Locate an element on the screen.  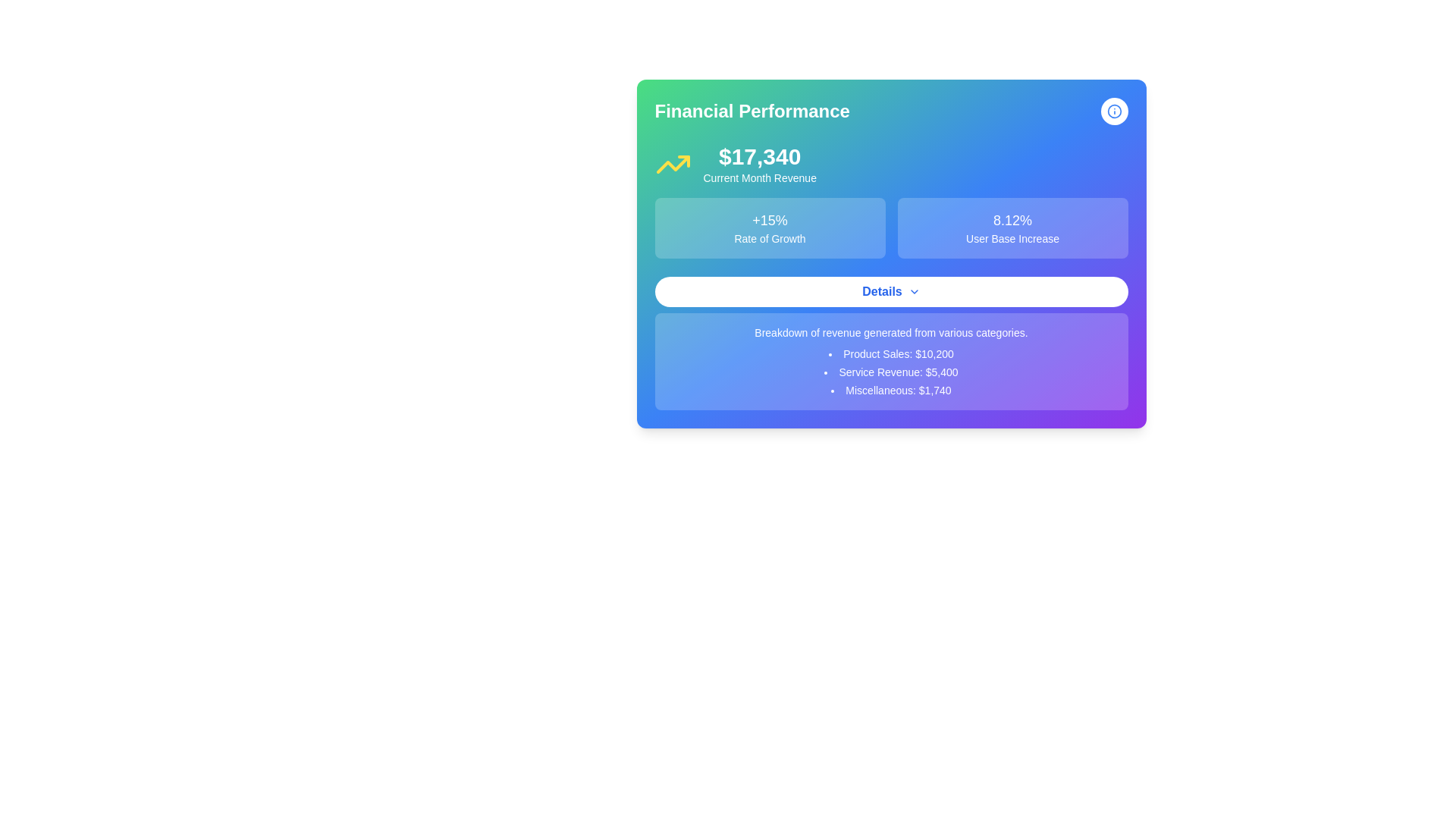
informational text block that provides a detailed breakdown of revenues categorized by product sales, service revenue, and miscellaneous income, located below the 'Details' button in the financial performance card is located at coordinates (891, 343).